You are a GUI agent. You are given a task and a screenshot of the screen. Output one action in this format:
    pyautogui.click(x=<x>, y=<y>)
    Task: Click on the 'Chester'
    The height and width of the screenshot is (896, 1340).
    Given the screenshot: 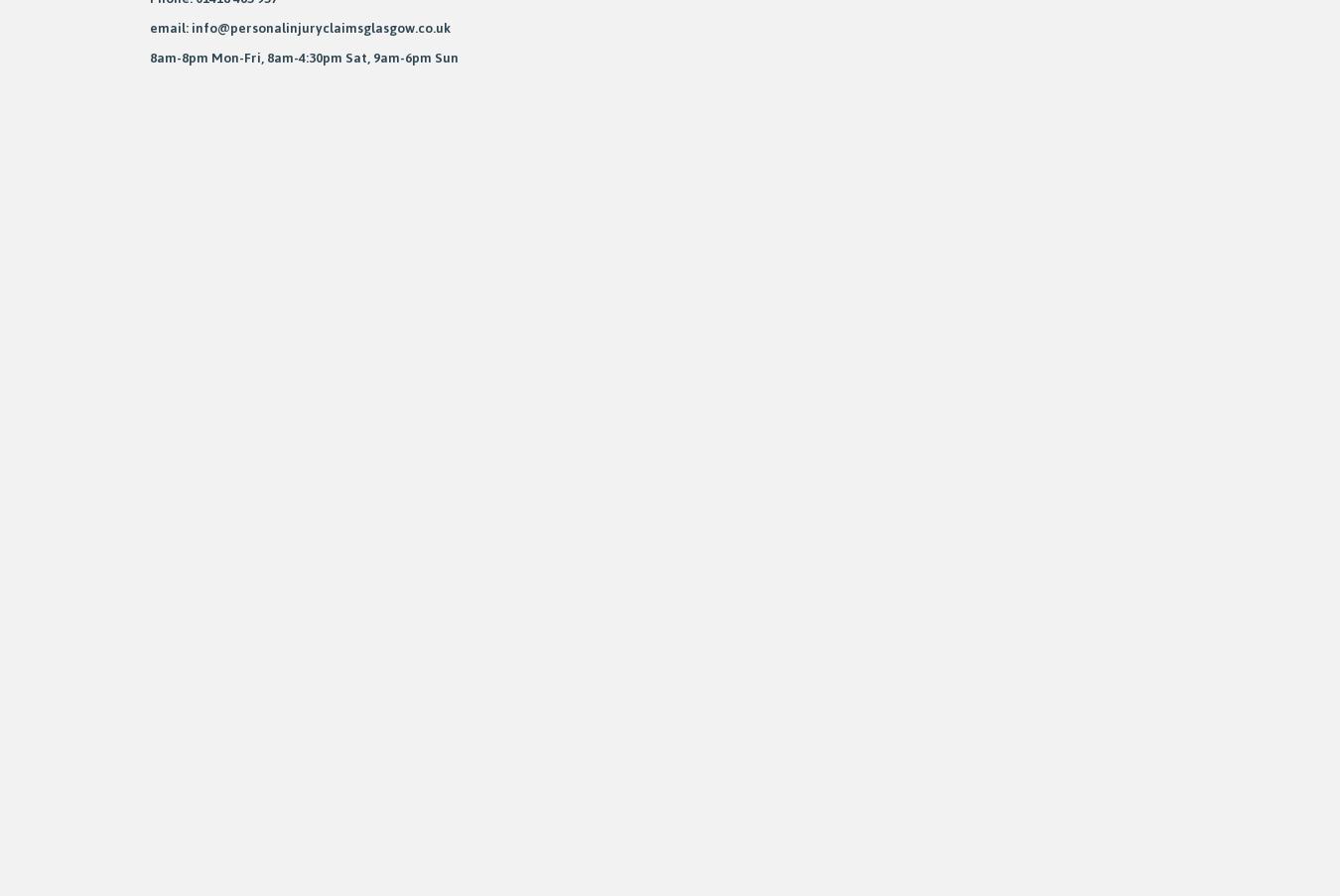 What is the action you would take?
    pyautogui.click(x=25, y=361)
    